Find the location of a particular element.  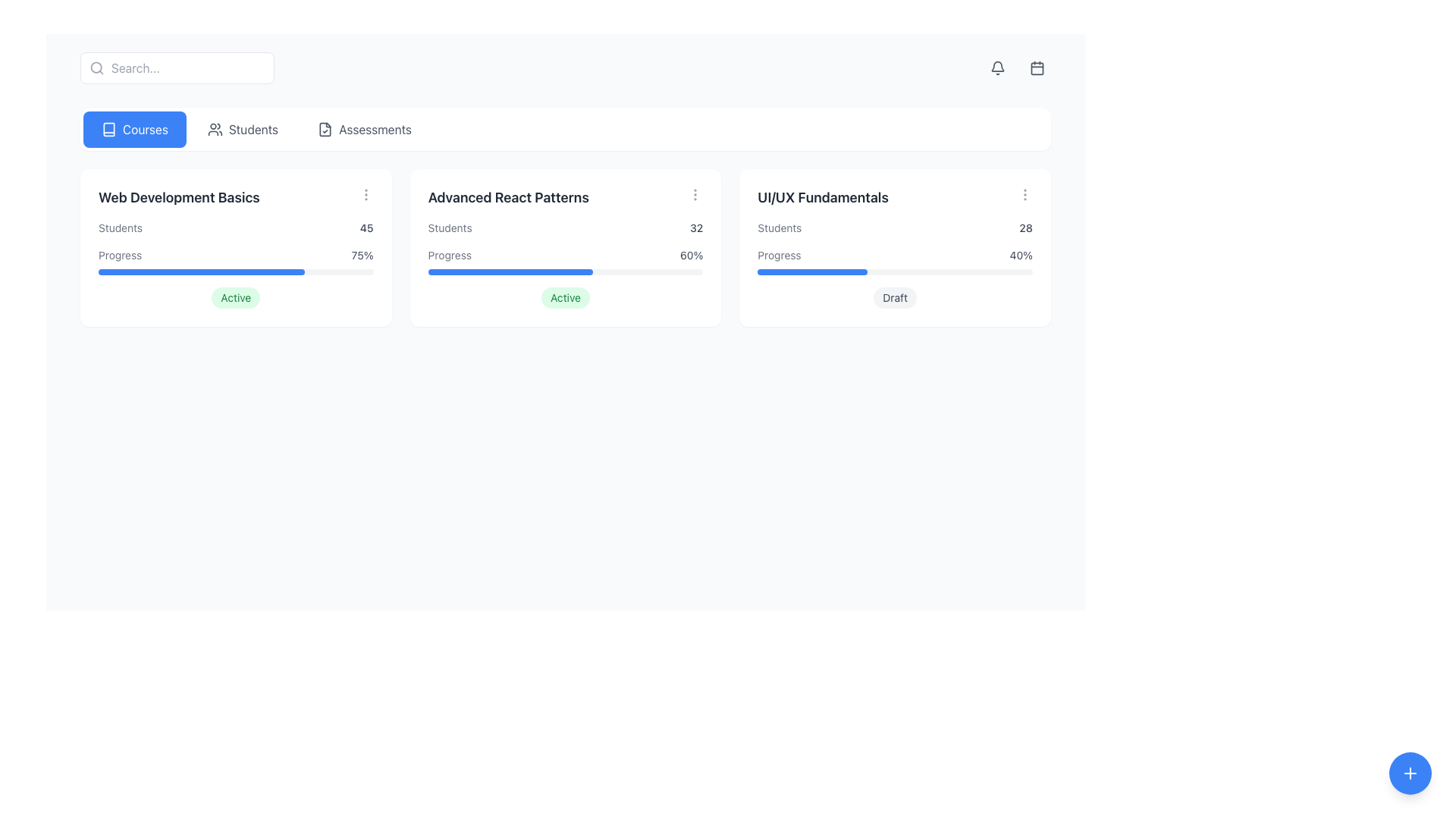

the progress bar indicating '60%' with the label 'Progress' above it, located in the second card of three cards in the main interface is located at coordinates (564, 260).